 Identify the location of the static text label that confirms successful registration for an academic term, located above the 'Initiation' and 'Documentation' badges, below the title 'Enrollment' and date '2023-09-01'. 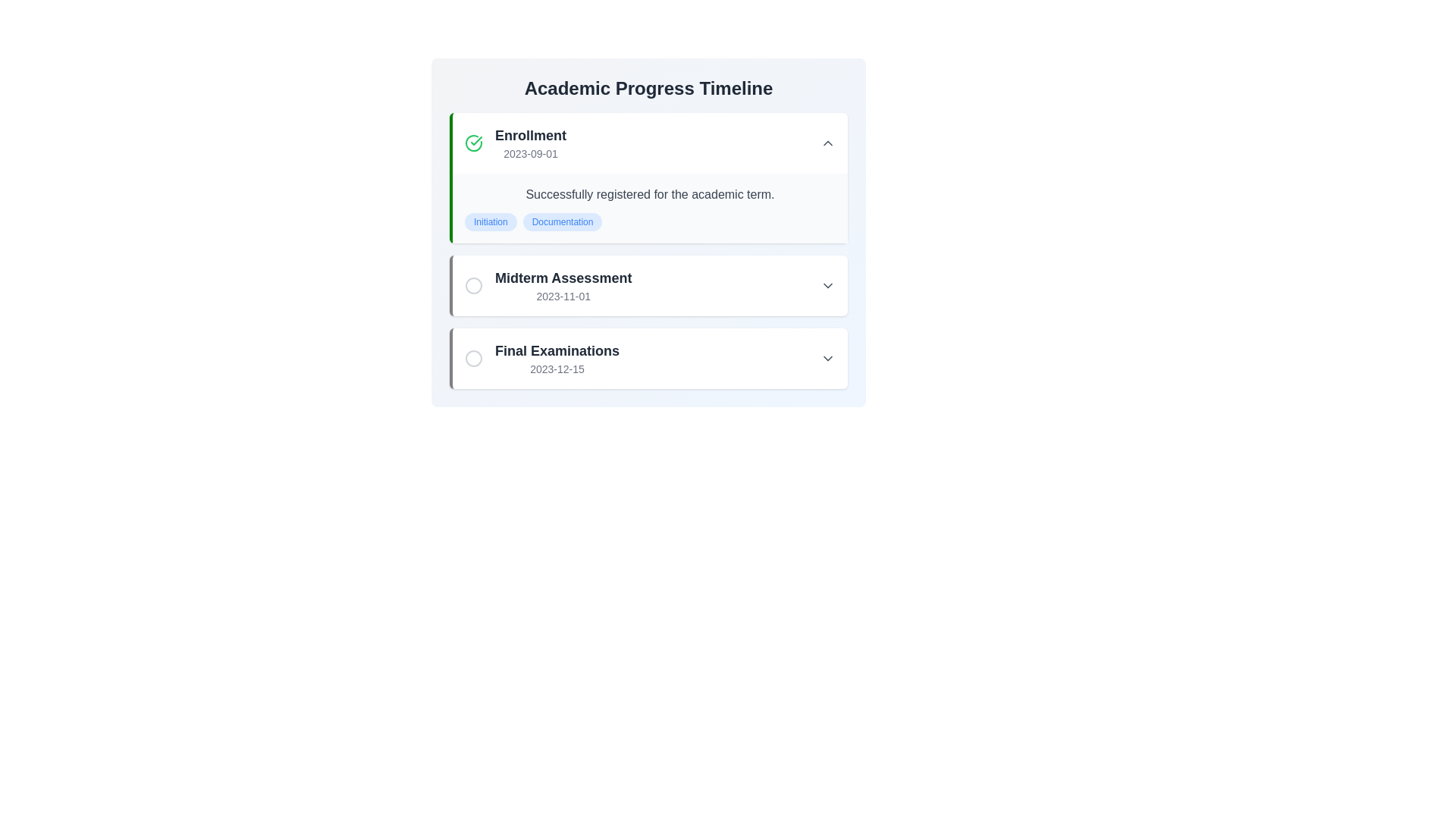
(650, 194).